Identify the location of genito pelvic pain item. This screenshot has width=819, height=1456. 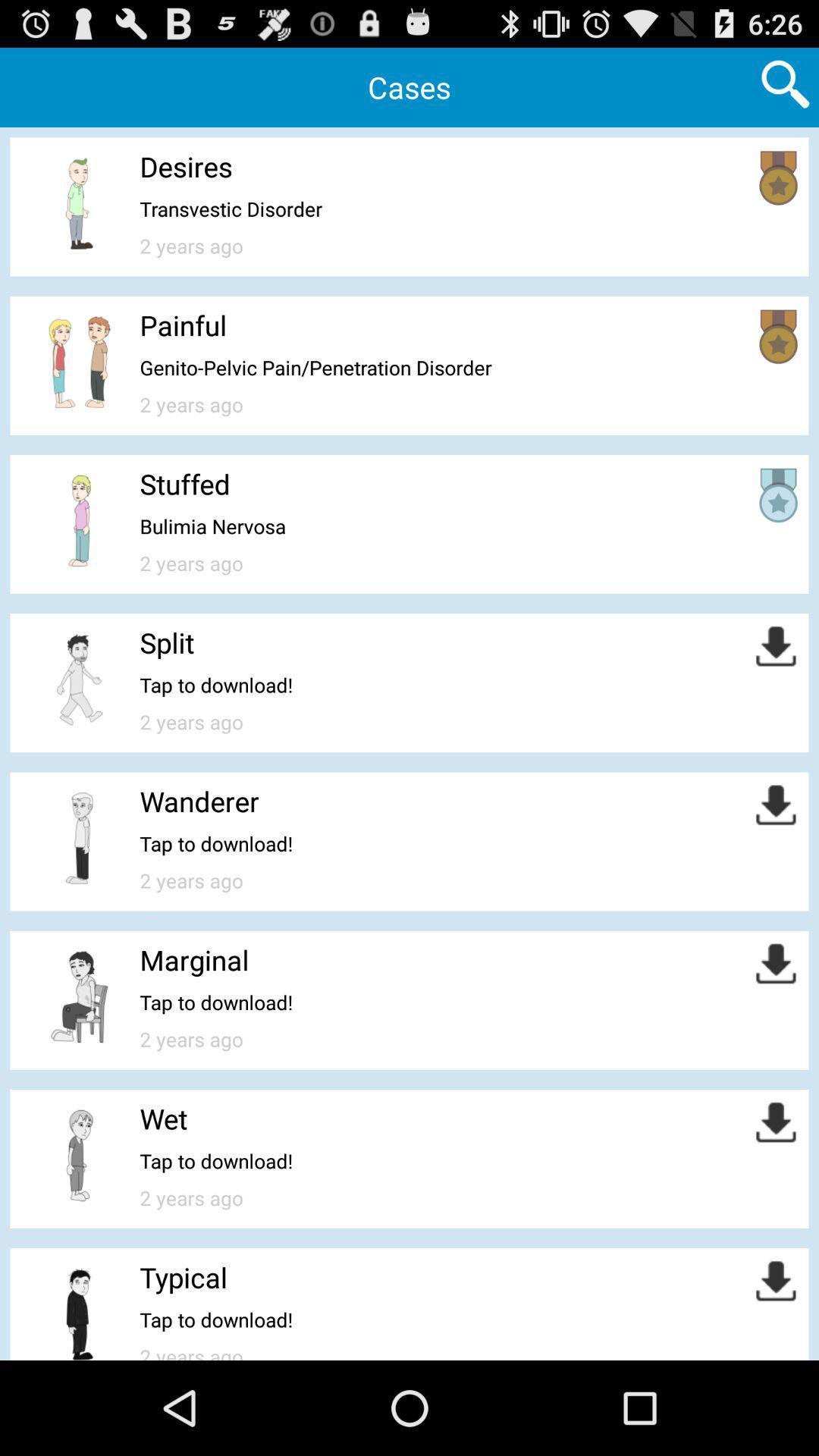
(315, 367).